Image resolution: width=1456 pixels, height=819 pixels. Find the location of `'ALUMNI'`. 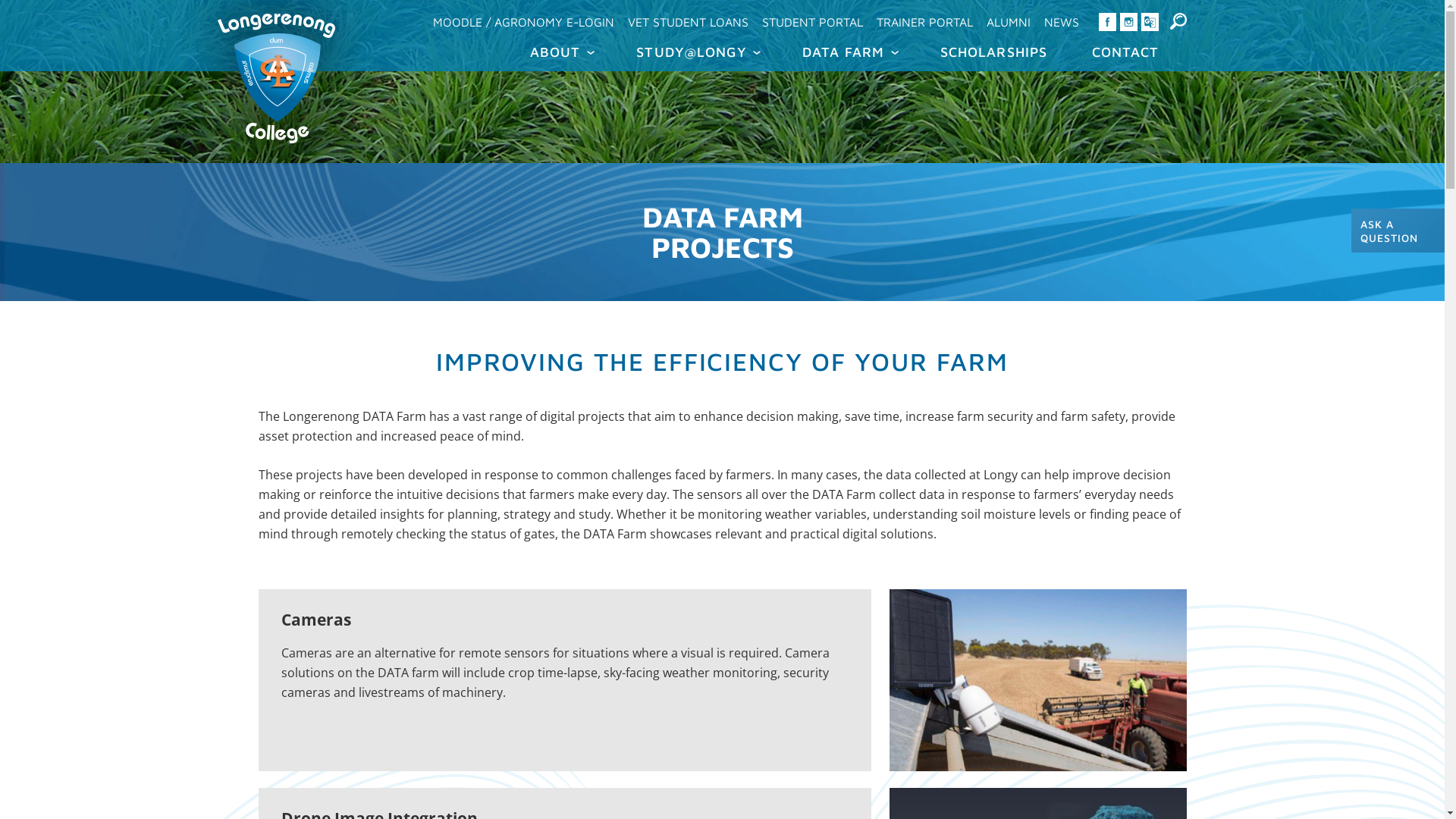

'ALUMNI' is located at coordinates (1008, 22).